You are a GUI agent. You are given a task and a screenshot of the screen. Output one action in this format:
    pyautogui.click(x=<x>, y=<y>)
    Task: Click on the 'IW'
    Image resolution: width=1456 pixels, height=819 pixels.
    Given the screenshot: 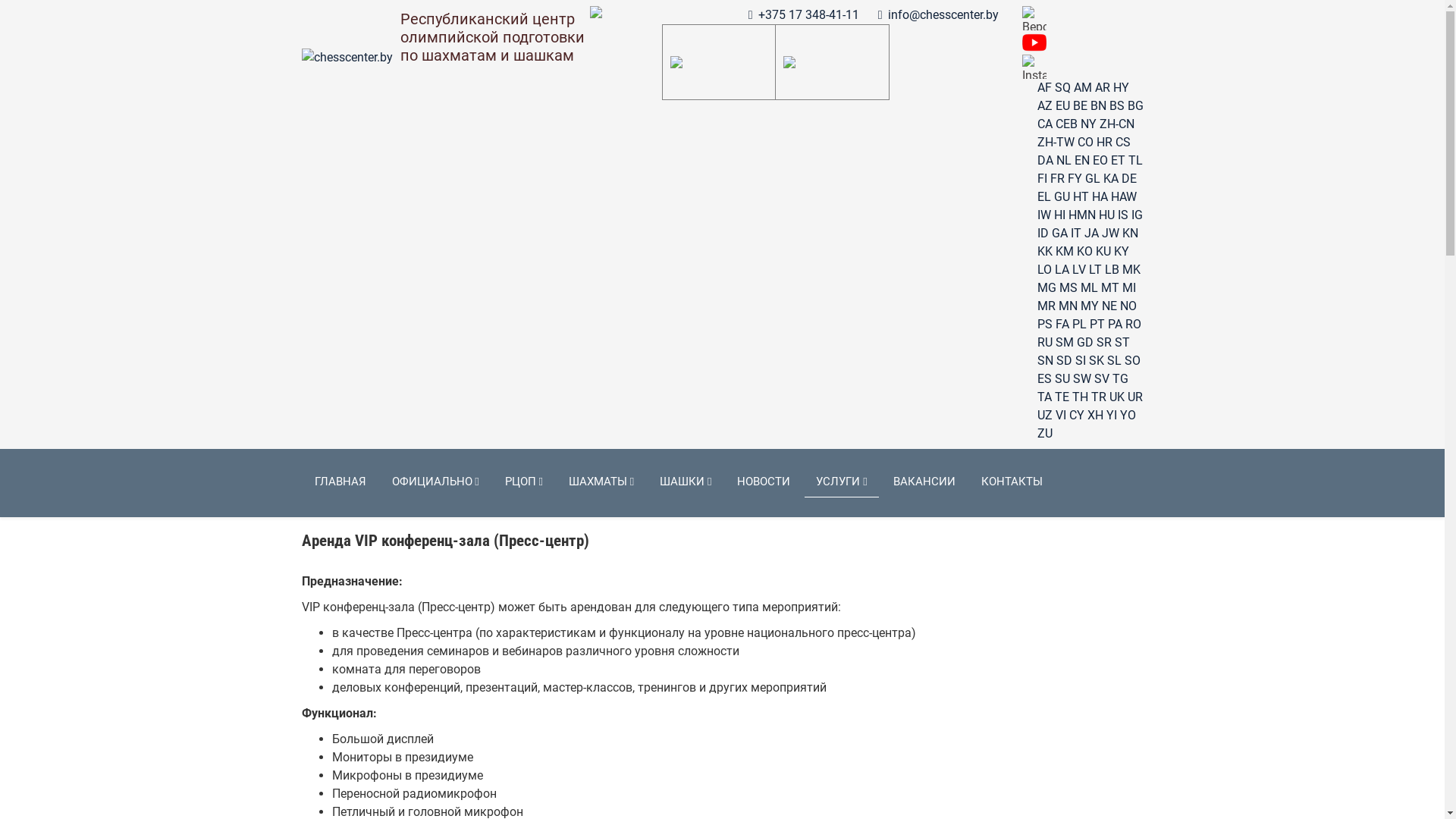 What is the action you would take?
    pyautogui.click(x=1037, y=215)
    